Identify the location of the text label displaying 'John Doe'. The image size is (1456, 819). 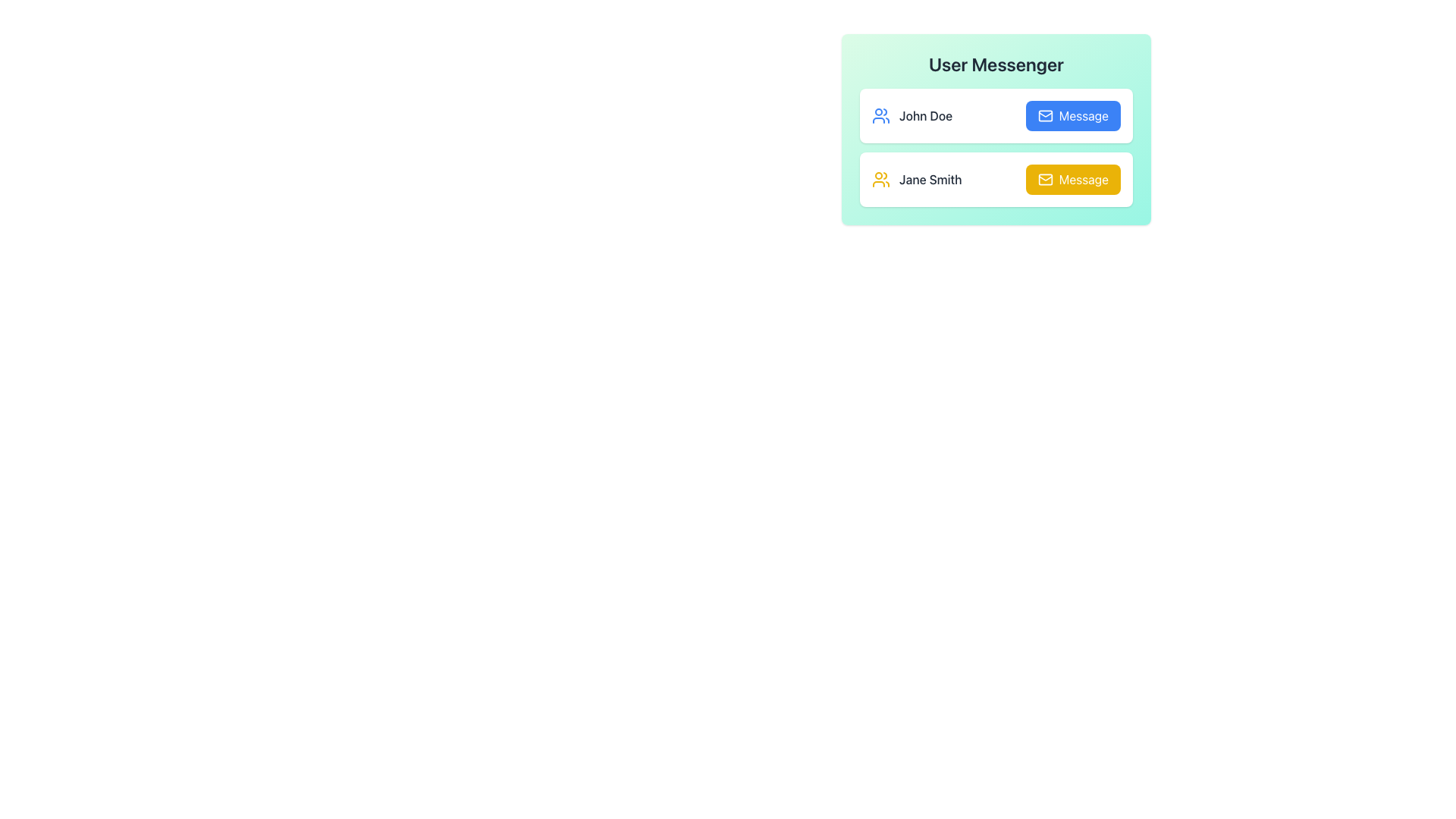
(925, 115).